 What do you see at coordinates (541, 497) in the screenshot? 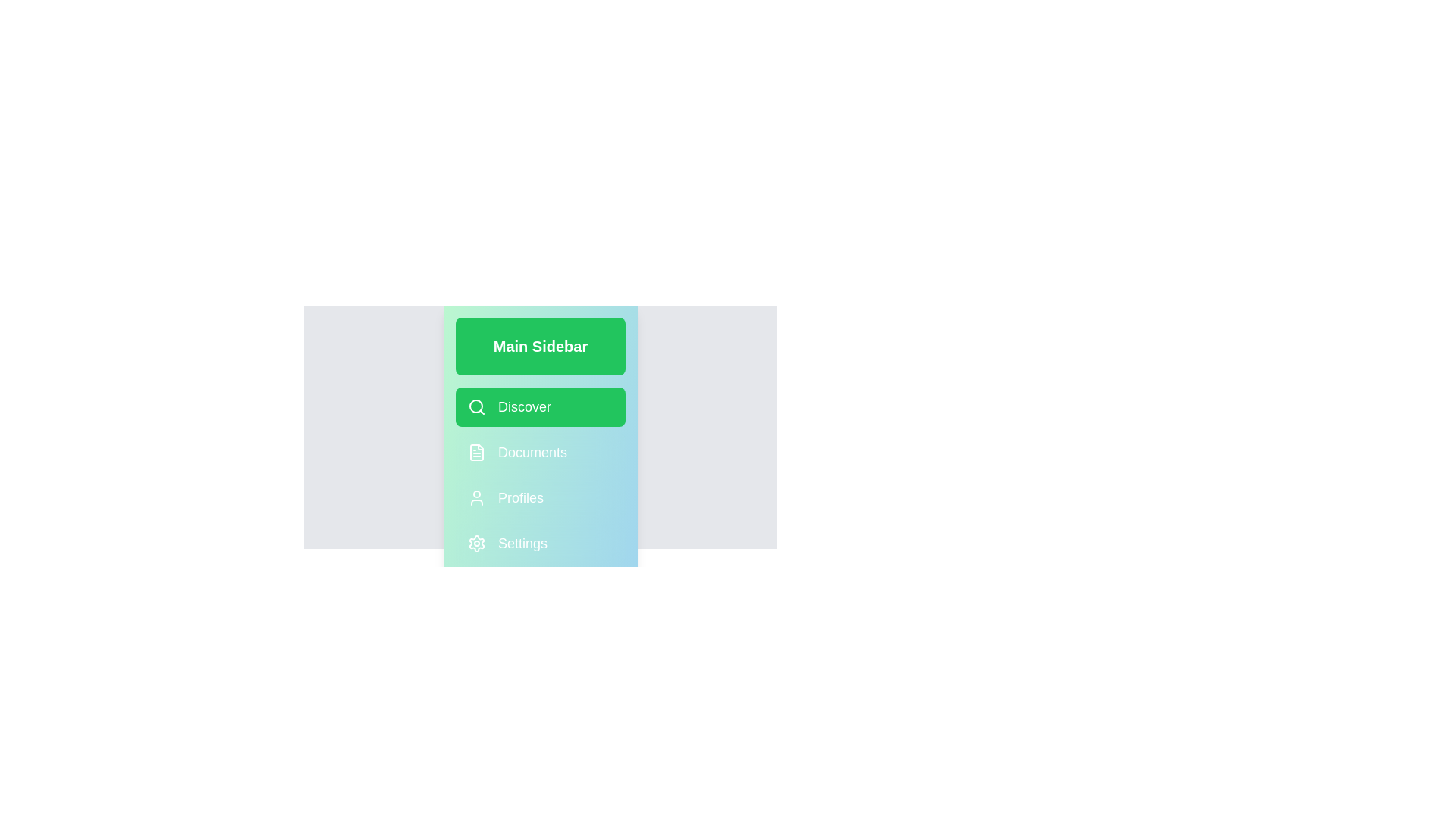
I see `the 'Profiles' navigation button located in the sidebar menu, which is the third item below 'Discover' and 'Documents'` at bounding box center [541, 497].